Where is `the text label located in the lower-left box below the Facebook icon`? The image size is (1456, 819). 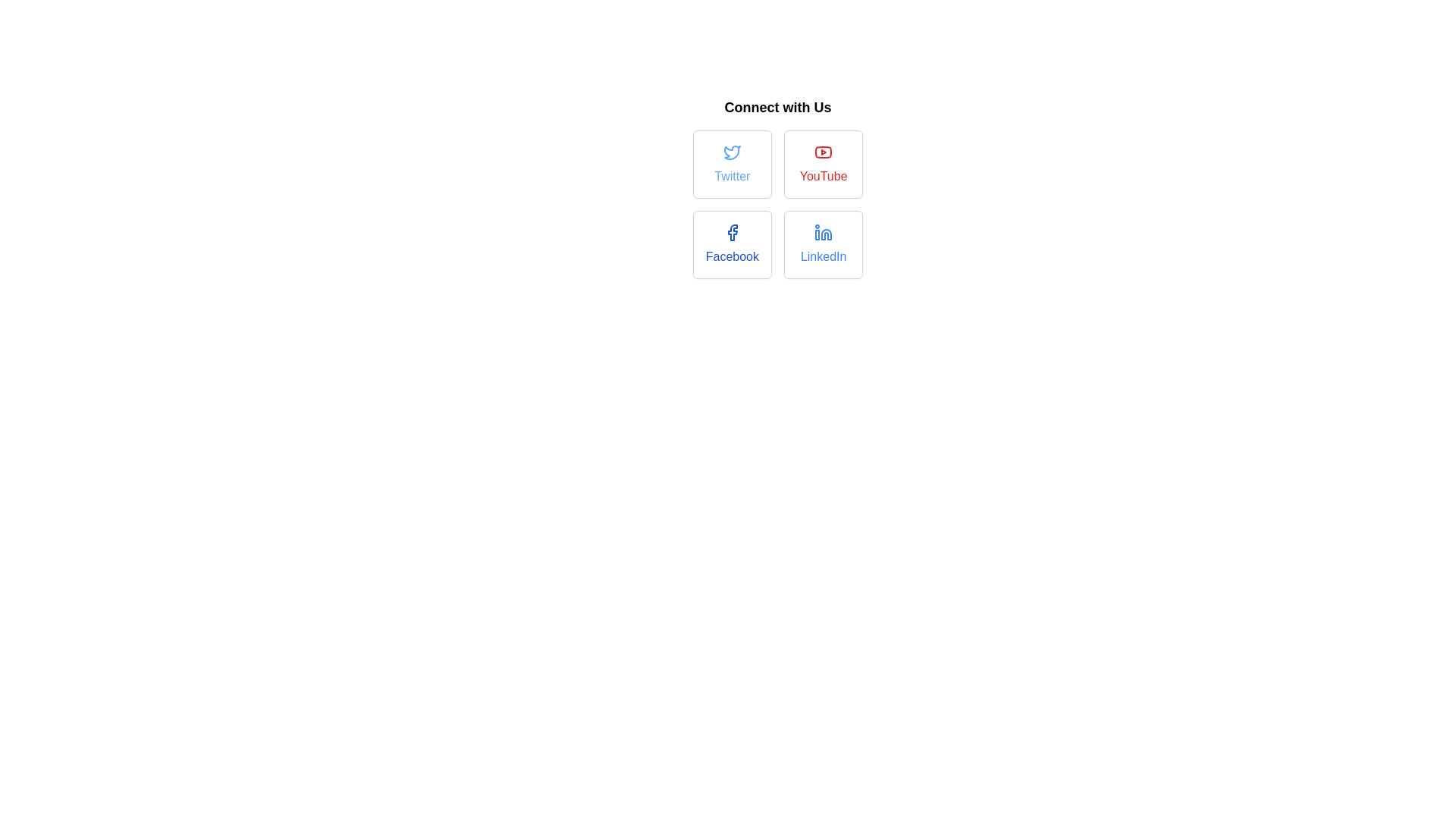 the text label located in the lower-left box below the Facebook icon is located at coordinates (732, 256).